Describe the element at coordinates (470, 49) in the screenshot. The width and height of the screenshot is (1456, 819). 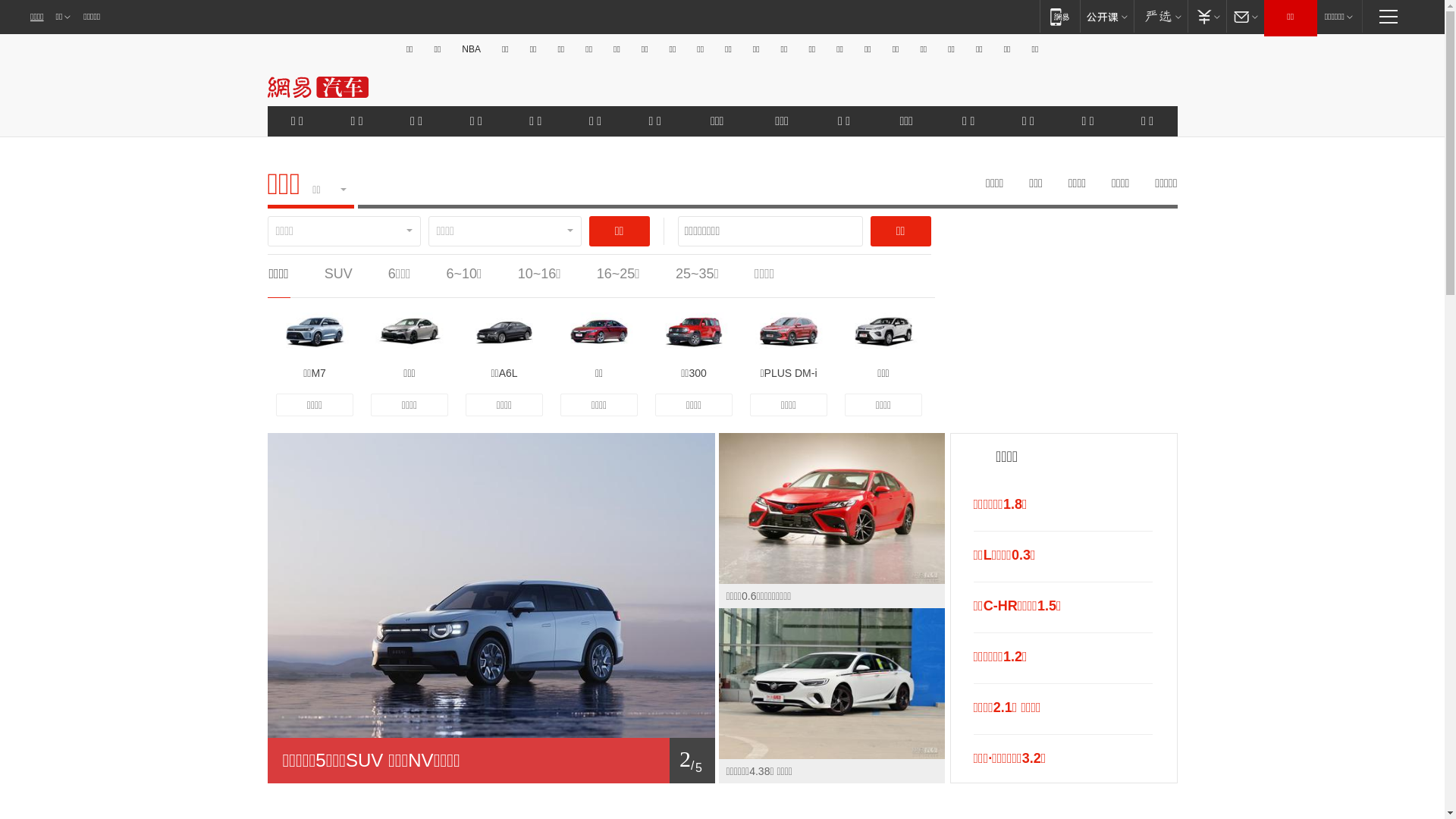
I see `'NBA'` at that location.